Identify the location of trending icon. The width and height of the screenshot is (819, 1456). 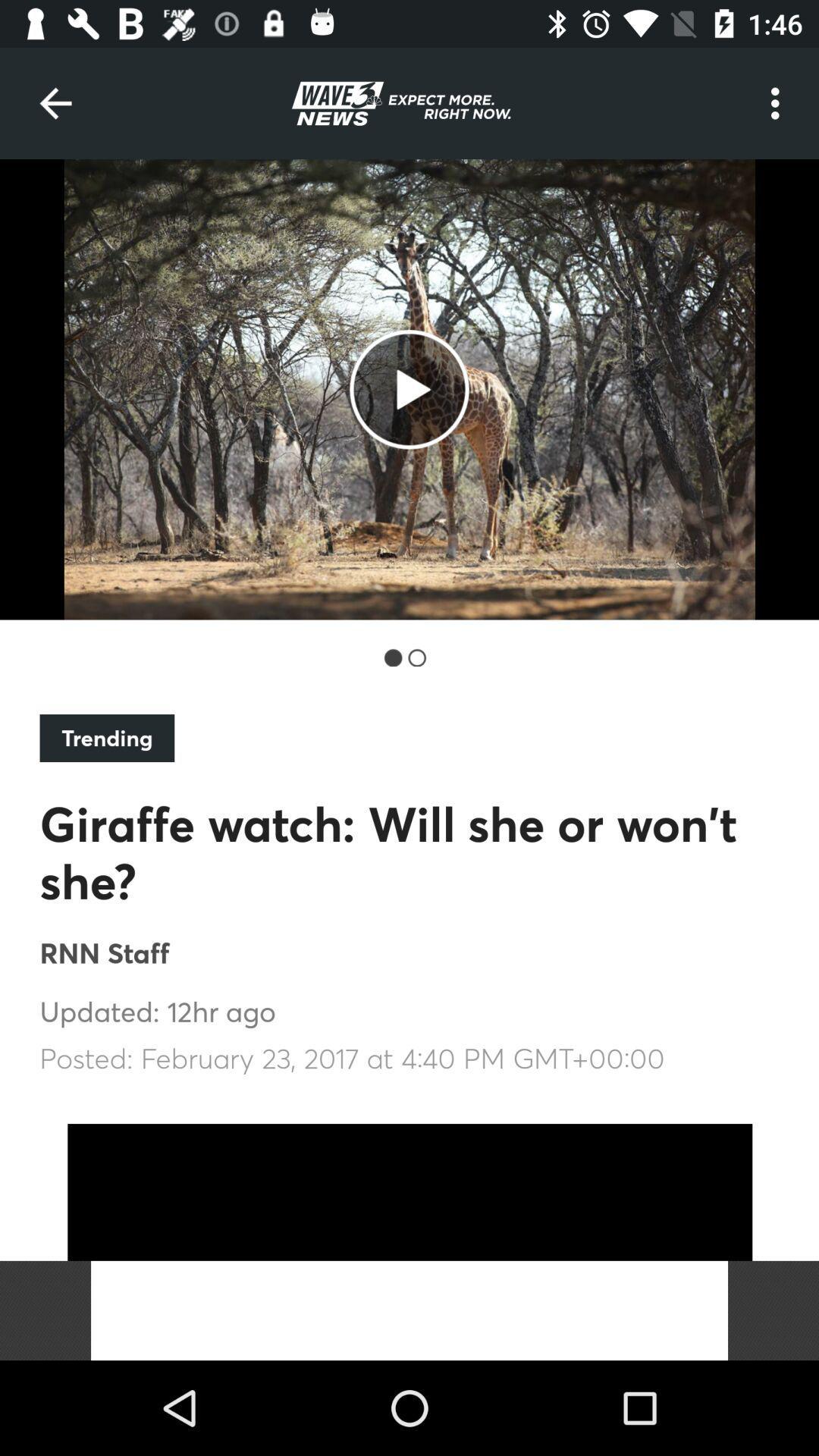
(106, 738).